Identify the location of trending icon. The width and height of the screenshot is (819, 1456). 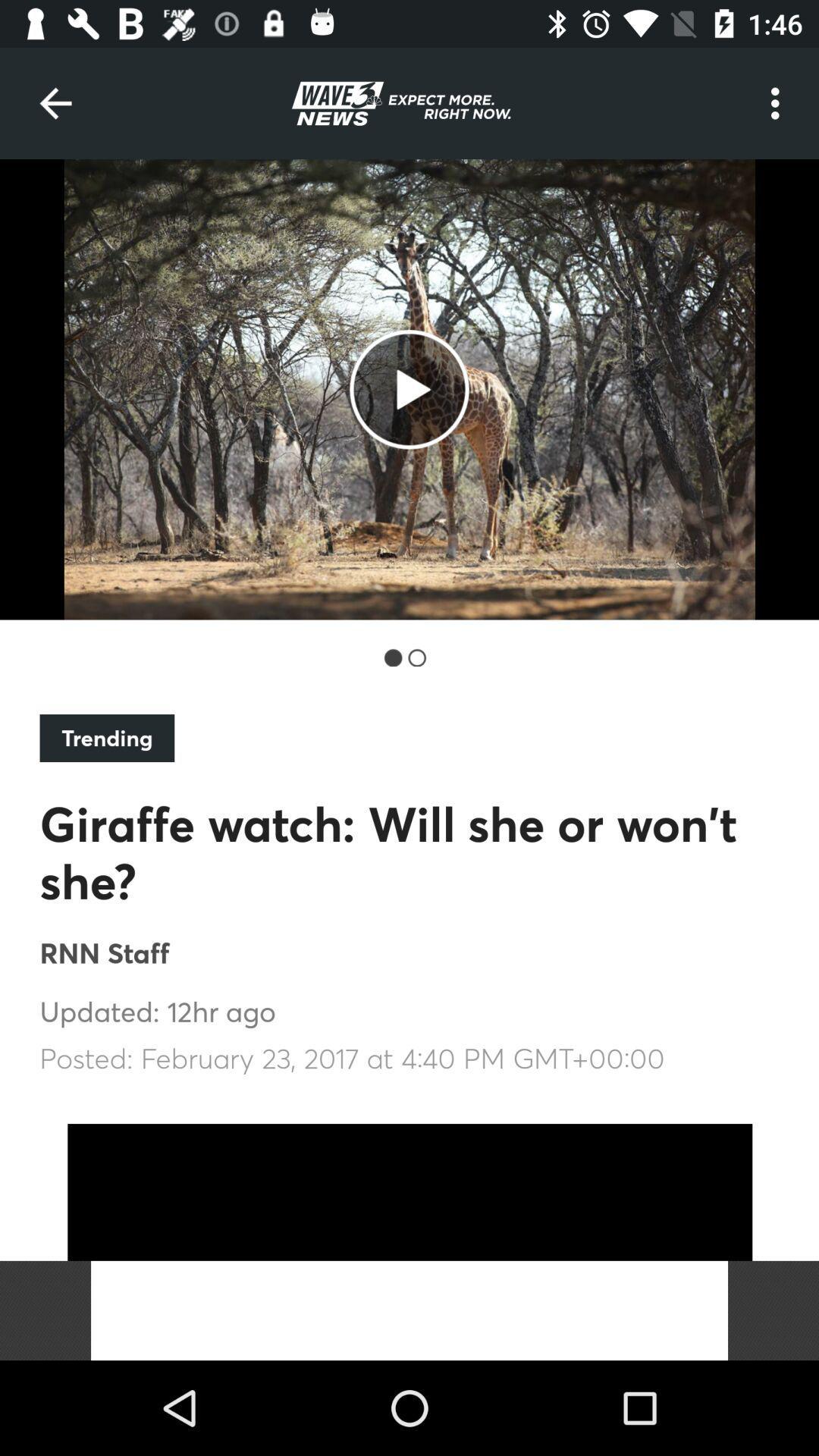
(106, 738).